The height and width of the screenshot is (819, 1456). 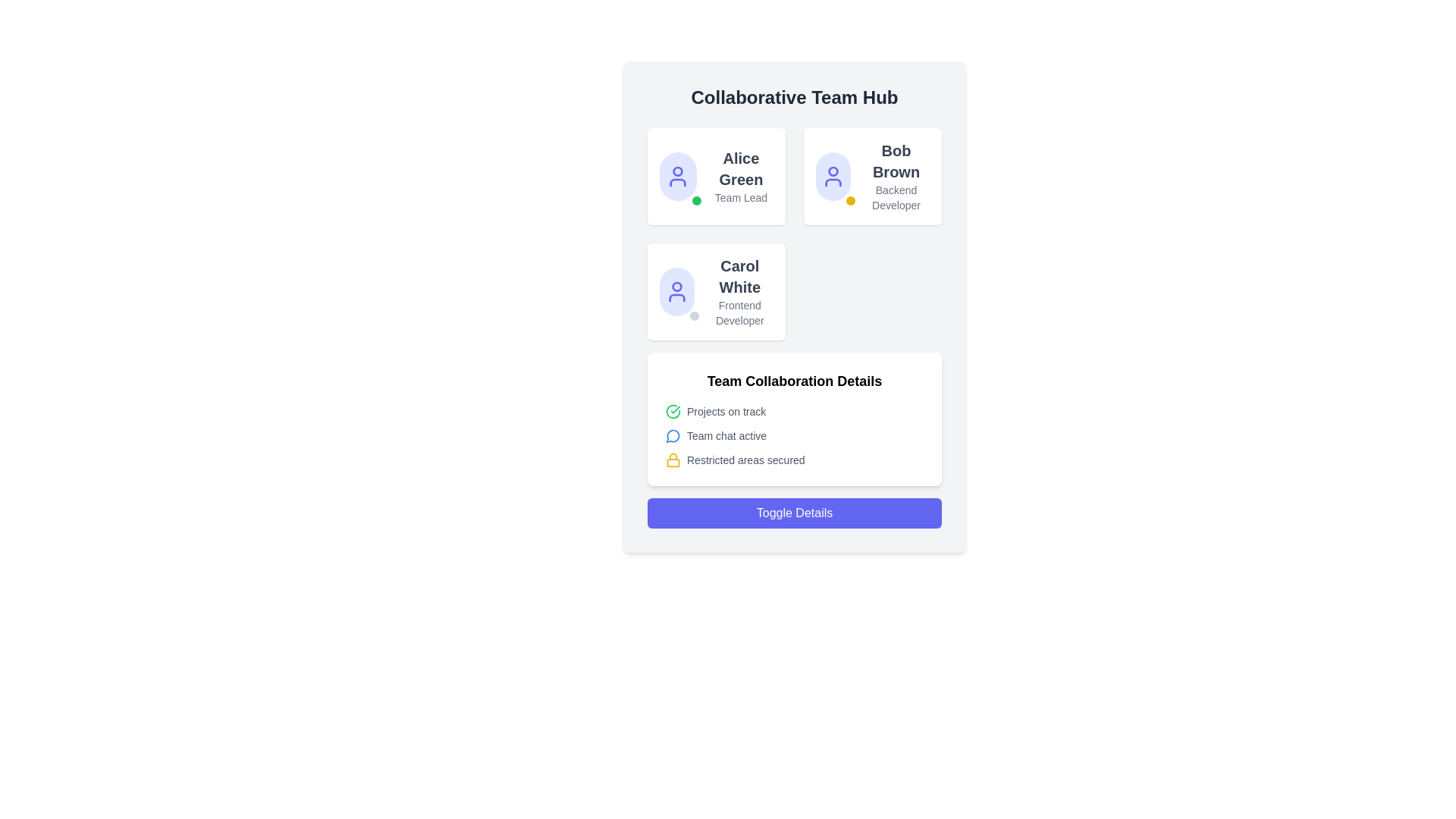 What do you see at coordinates (676, 292) in the screenshot?
I see `the user avatar icon with a light purple background and indigo user silhouette, located at the top-left corner of the card containing 'Carol White' and 'Frontend Developer'` at bounding box center [676, 292].